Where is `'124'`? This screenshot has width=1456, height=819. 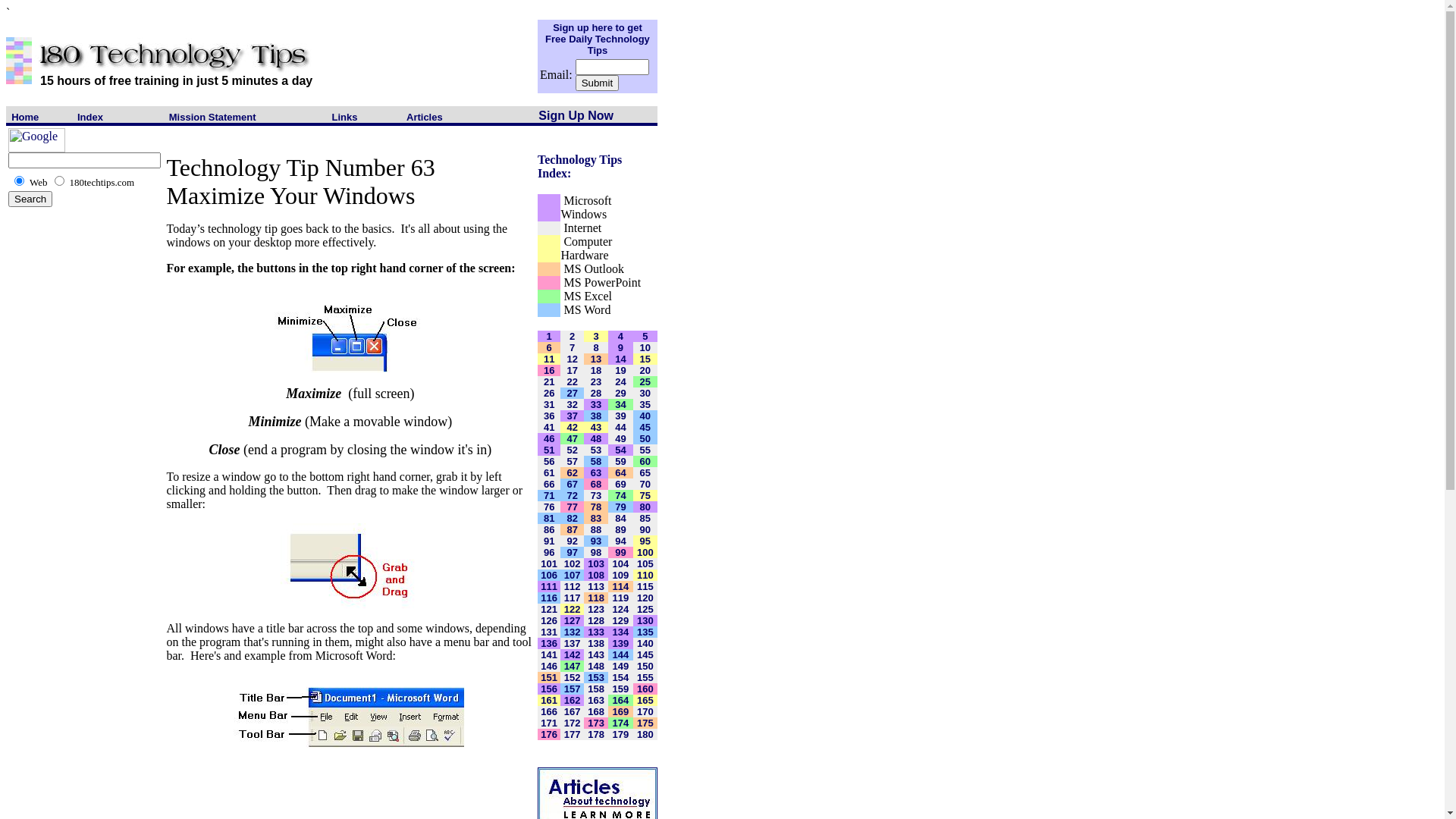
'124' is located at coordinates (612, 607).